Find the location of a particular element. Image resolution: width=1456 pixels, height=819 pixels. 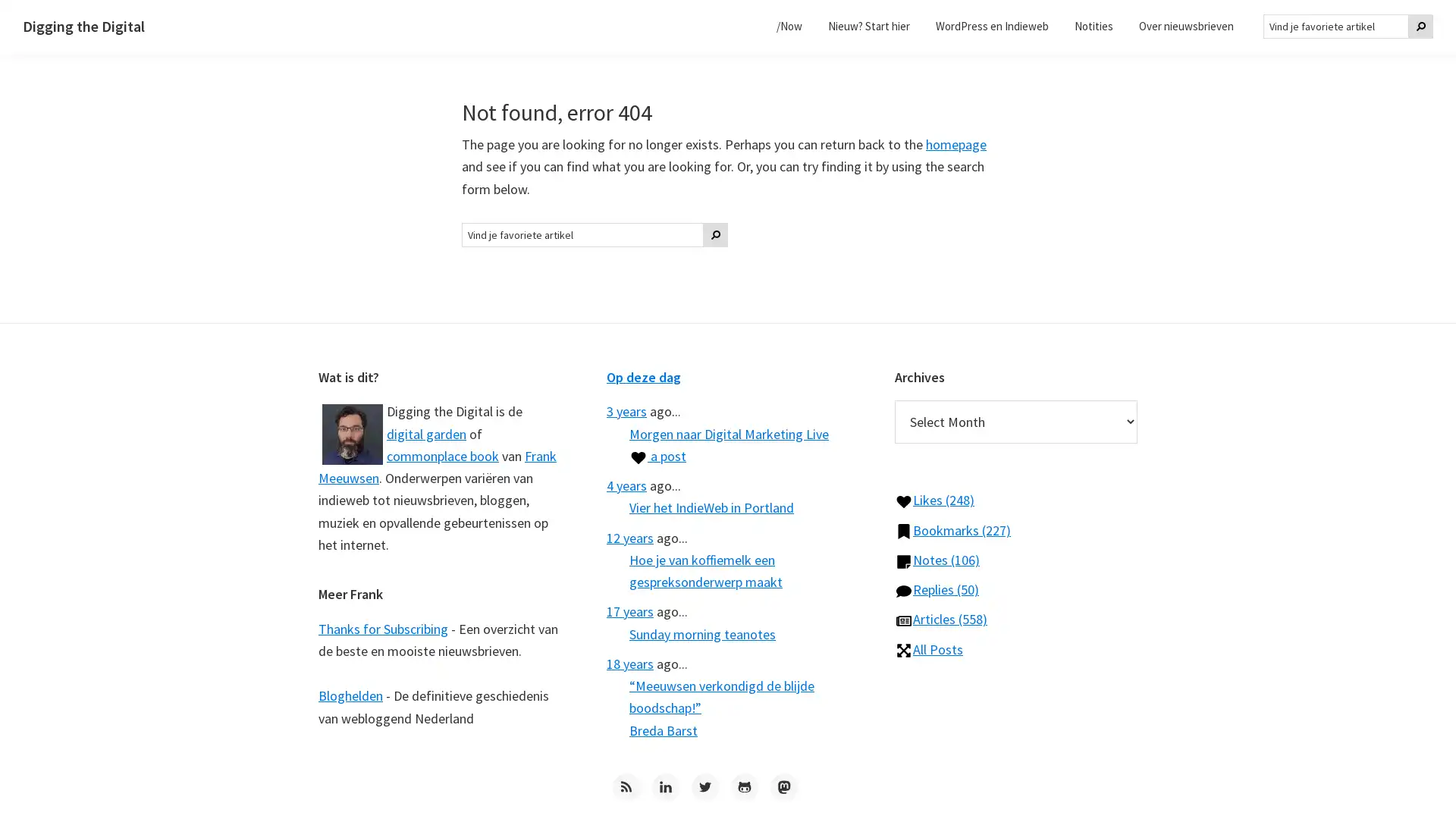

Search is located at coordinates (715, 234).